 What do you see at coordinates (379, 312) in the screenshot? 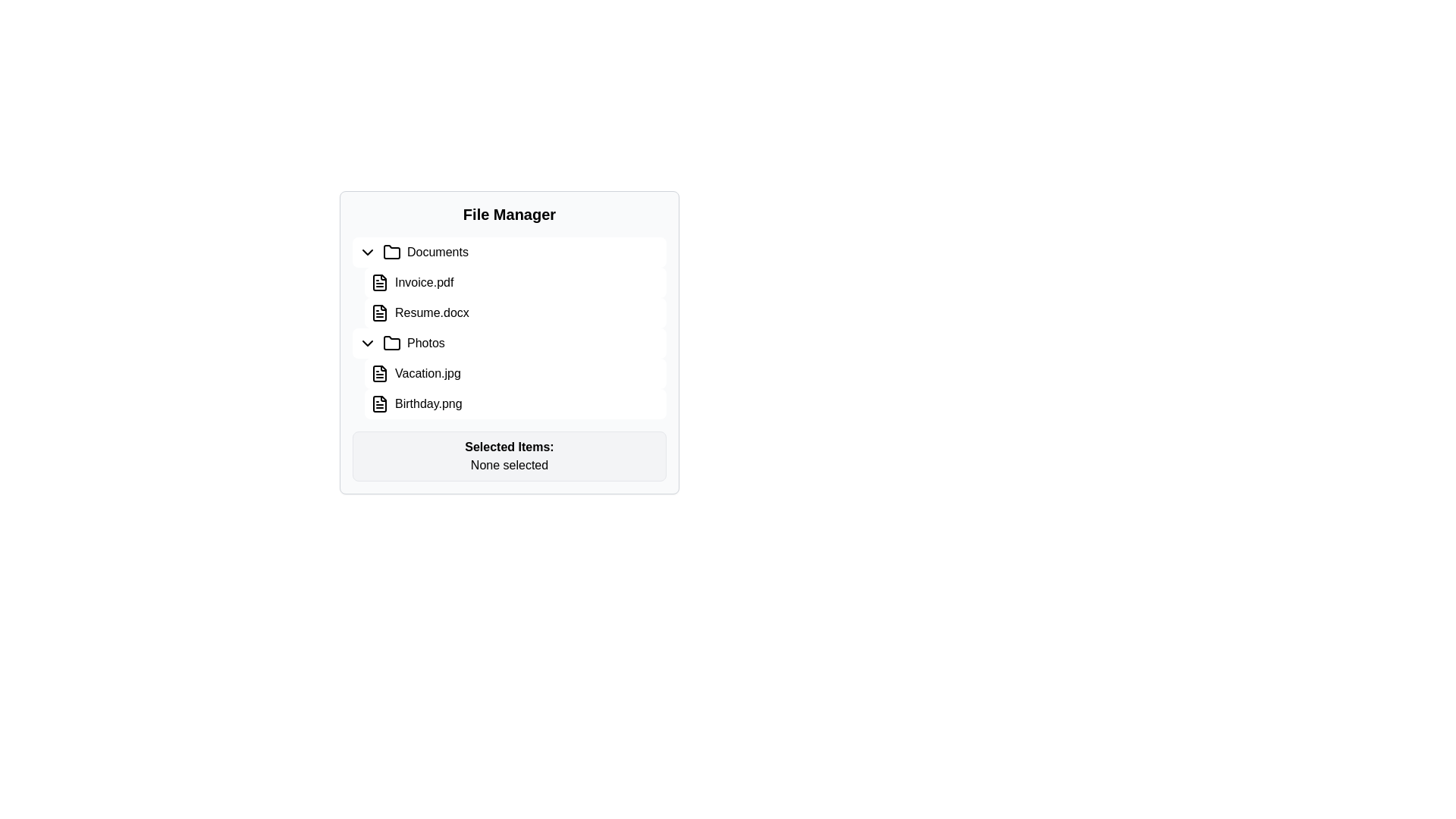
I see `the document icon represented by a rectangular sheet with a folded corner, located at the top-left position of the component` at bounding box center [379, 312].